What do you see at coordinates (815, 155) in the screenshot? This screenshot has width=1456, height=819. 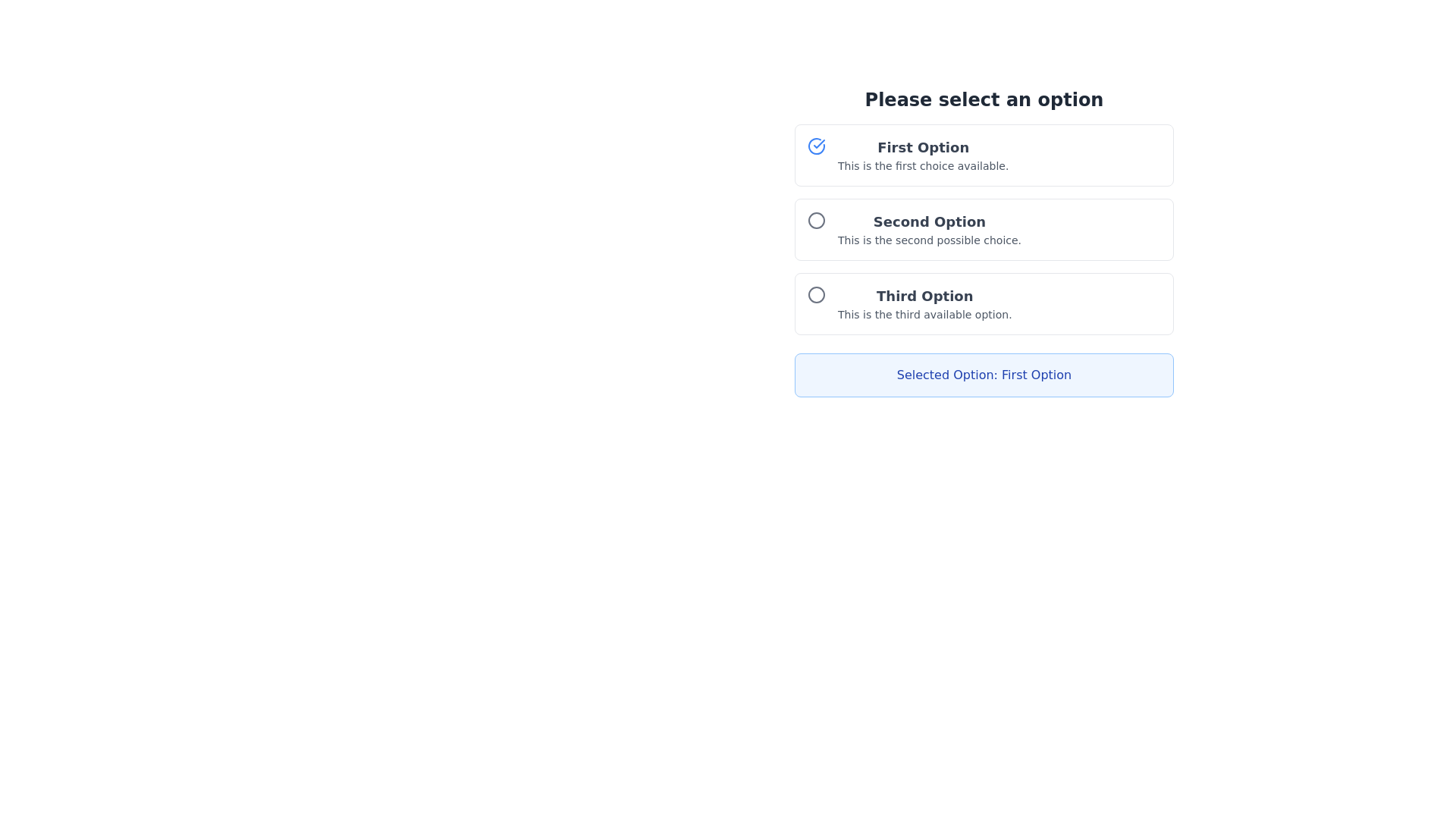 I see `the state change of the blue circle checkmark icon next to the 'First Option' label in the selection menu upon interactions` at bounding box center [815, 155].